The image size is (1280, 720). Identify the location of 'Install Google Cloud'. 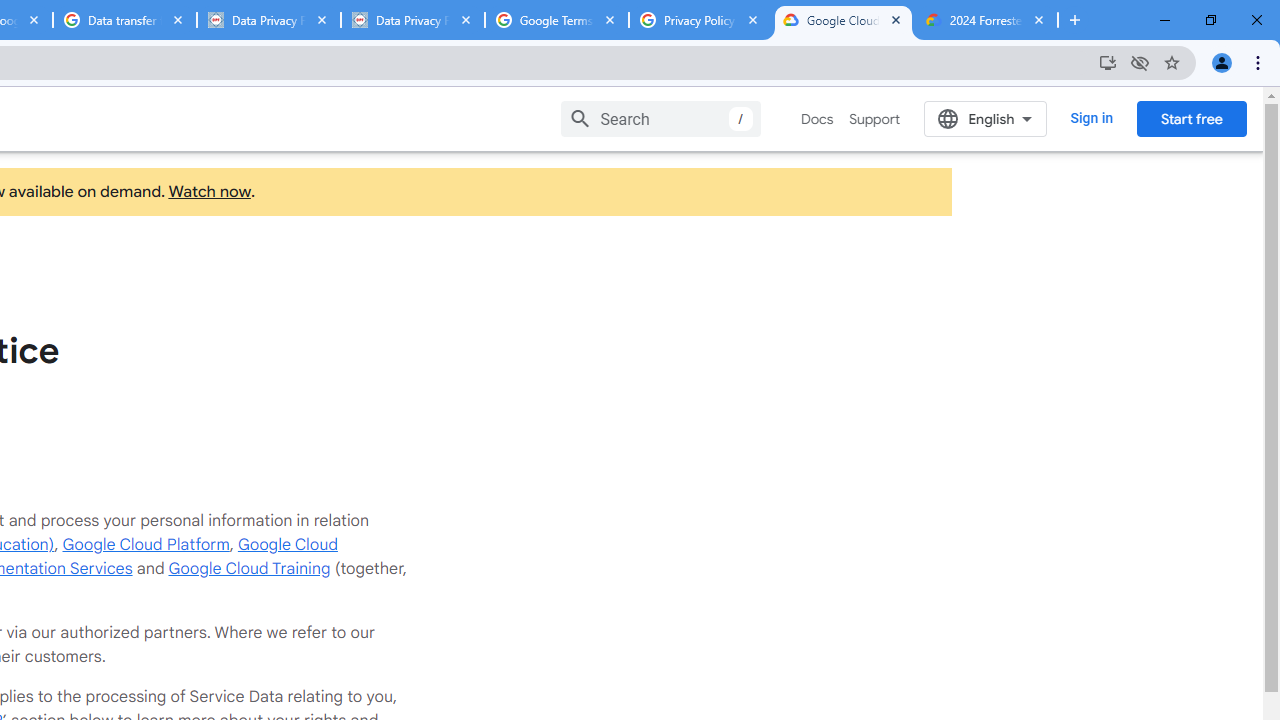
(1106, 61).